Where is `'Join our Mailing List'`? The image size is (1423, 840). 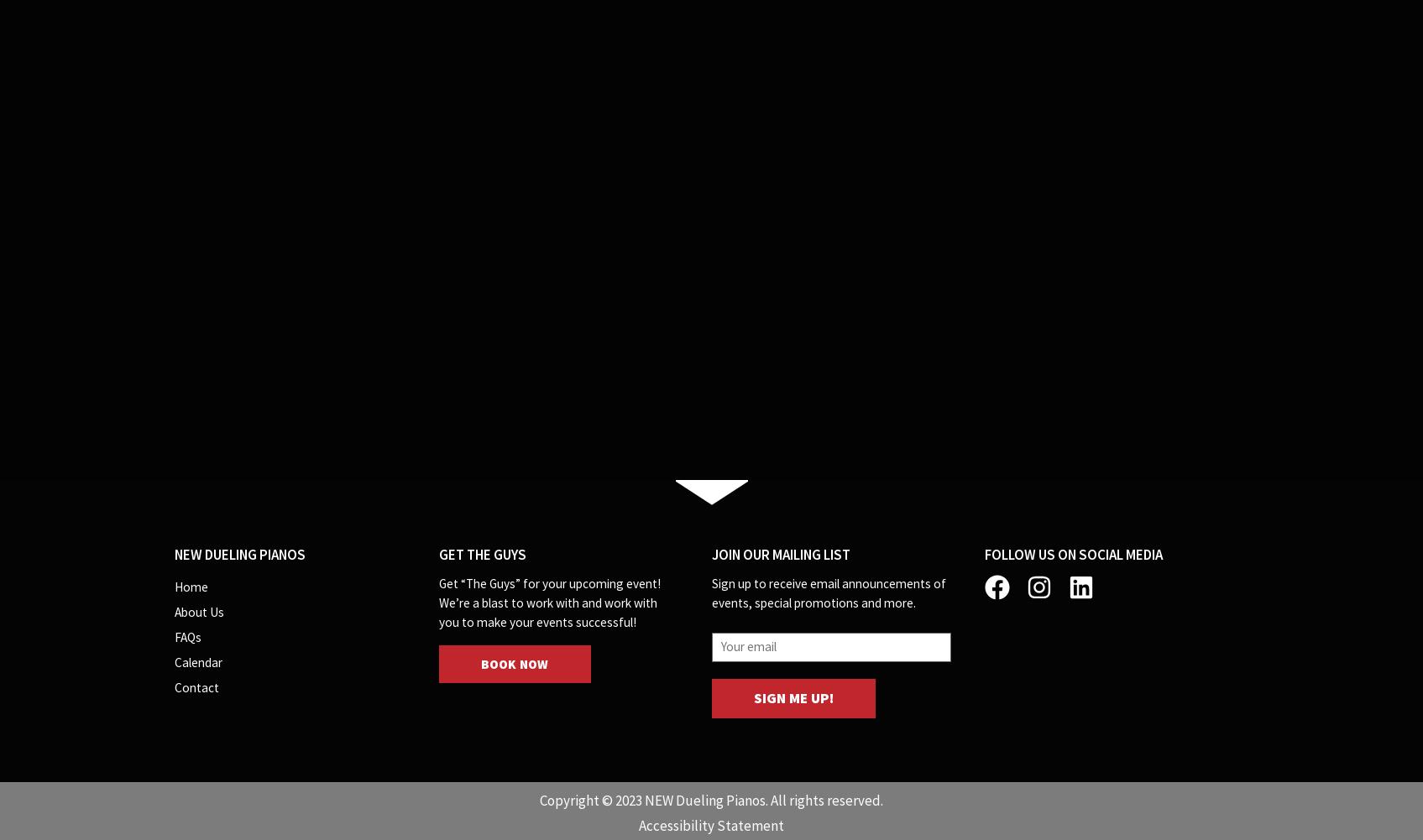 'Join our Mailing List' is located at coordinates (780, 553).